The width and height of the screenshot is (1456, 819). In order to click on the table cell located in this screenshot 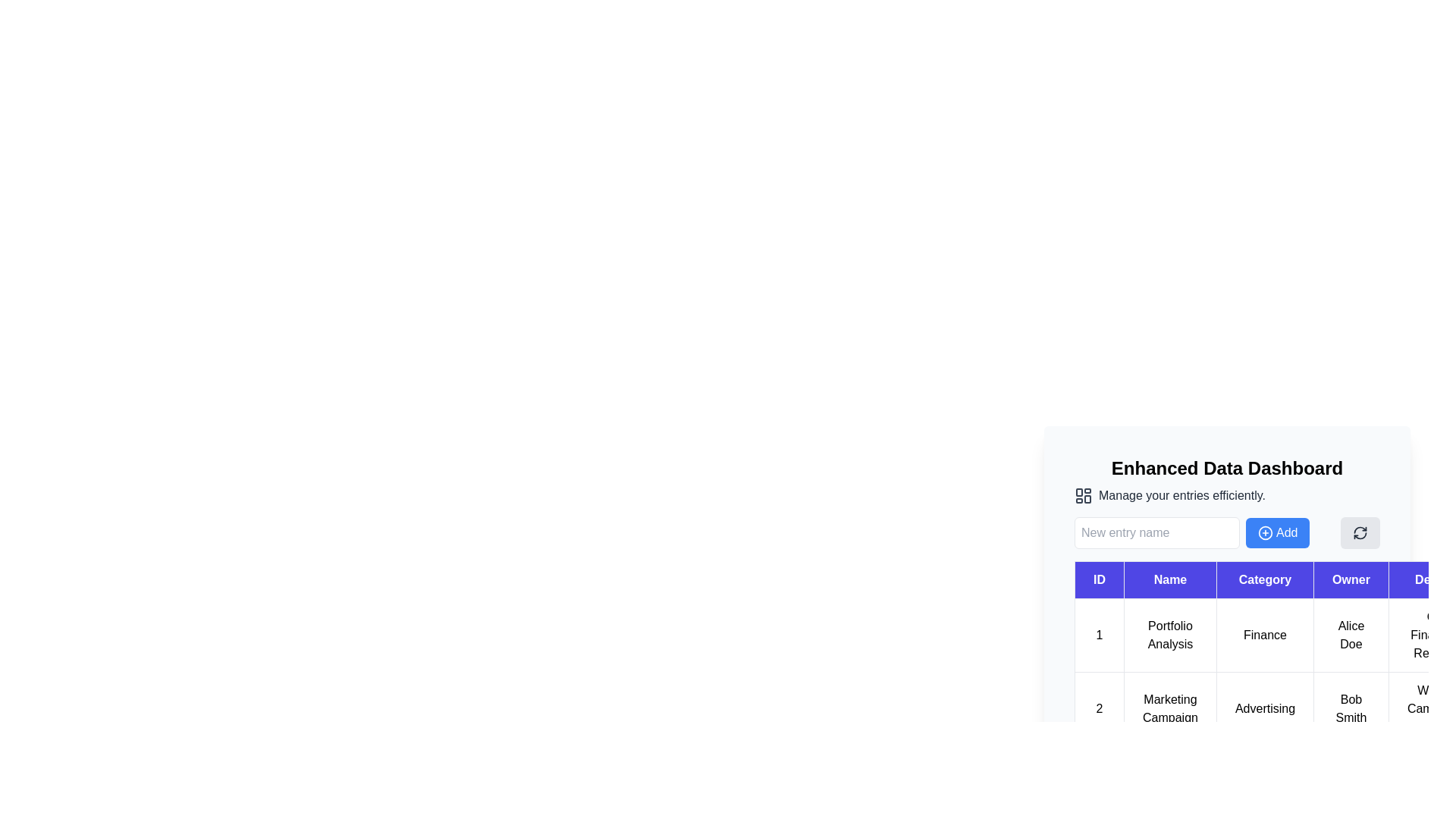, I will do `click(1227, 601)`.